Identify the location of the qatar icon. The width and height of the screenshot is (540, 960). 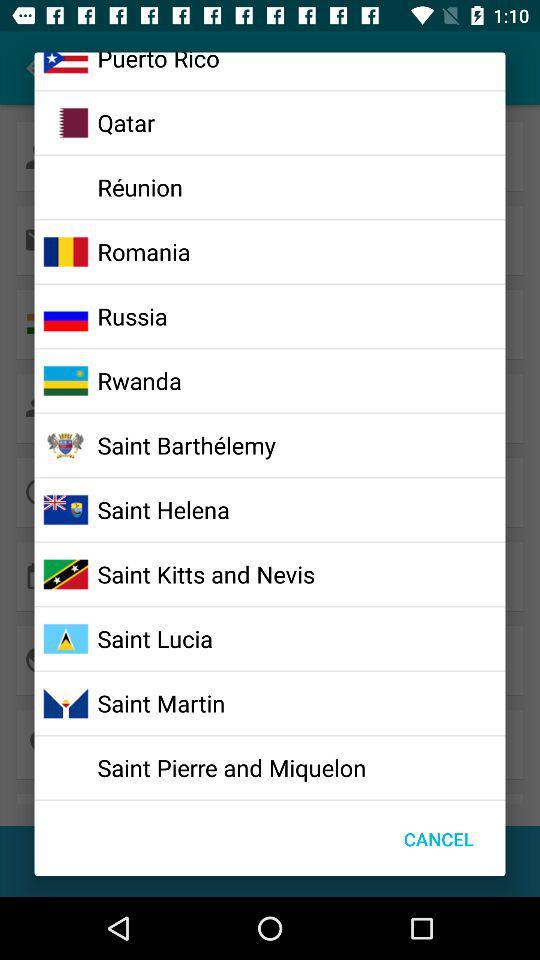
(126, 121).